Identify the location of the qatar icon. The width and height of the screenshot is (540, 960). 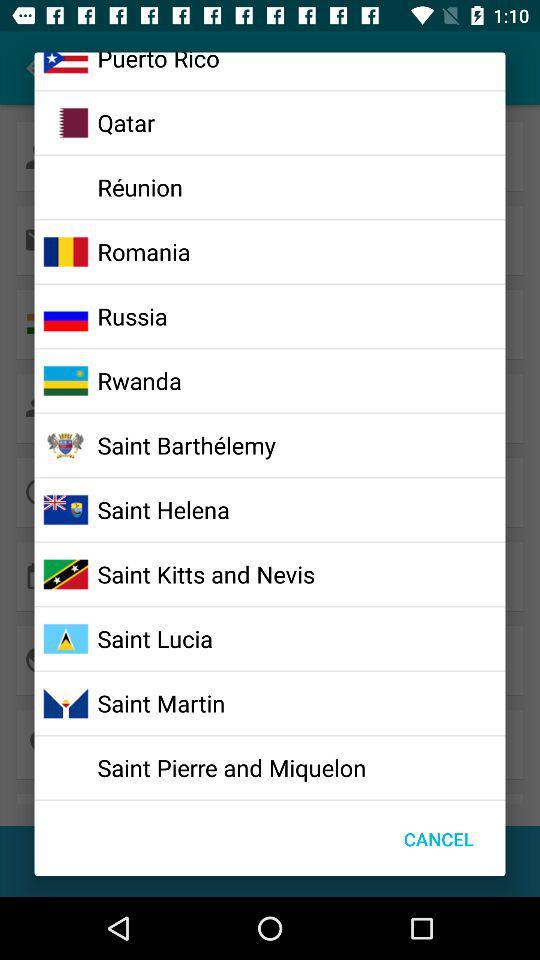
(126, 121).